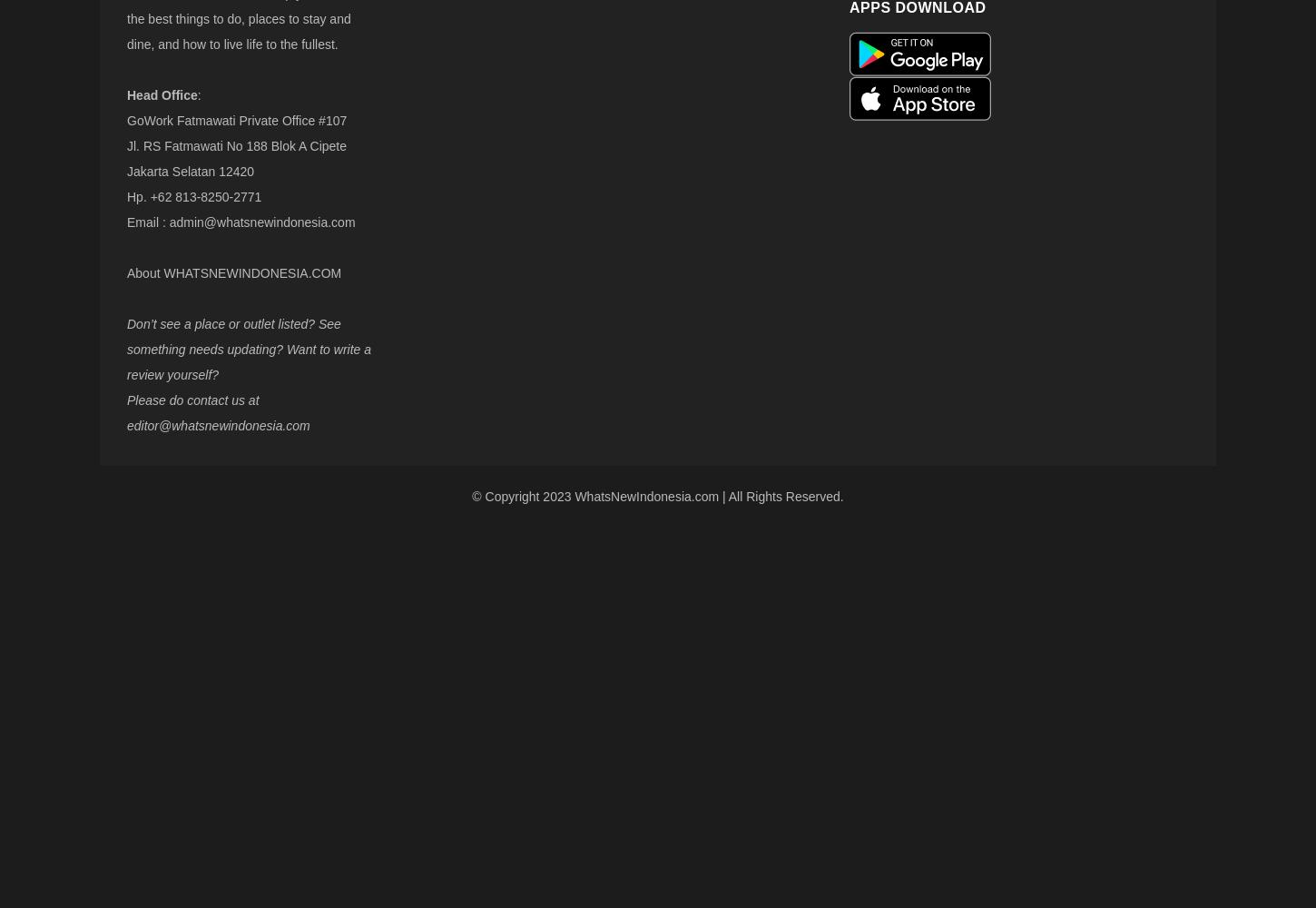  Describe the element at coordinates (249, 350) in the screenshot. I see `'Don’t see a place or outlet listed? See something needs updating? Want to write a review yourself?'` at that location.